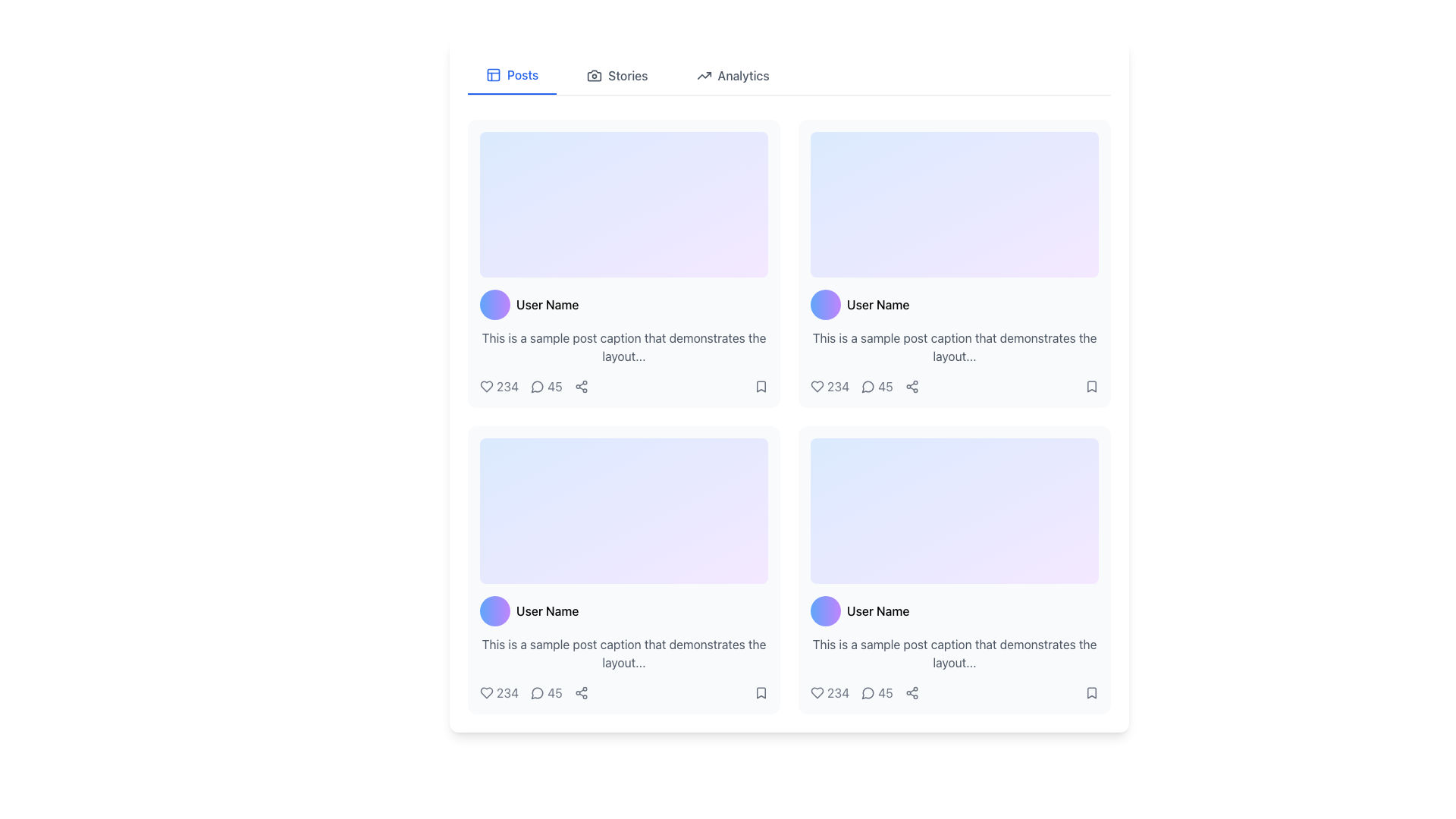 The image size is (1456, 819). Describe the element at coordinates (868, 693) in the screenshot. I see `the outlined speech bubble icon located in the bottom-right quadrant of the user interface` at that location.